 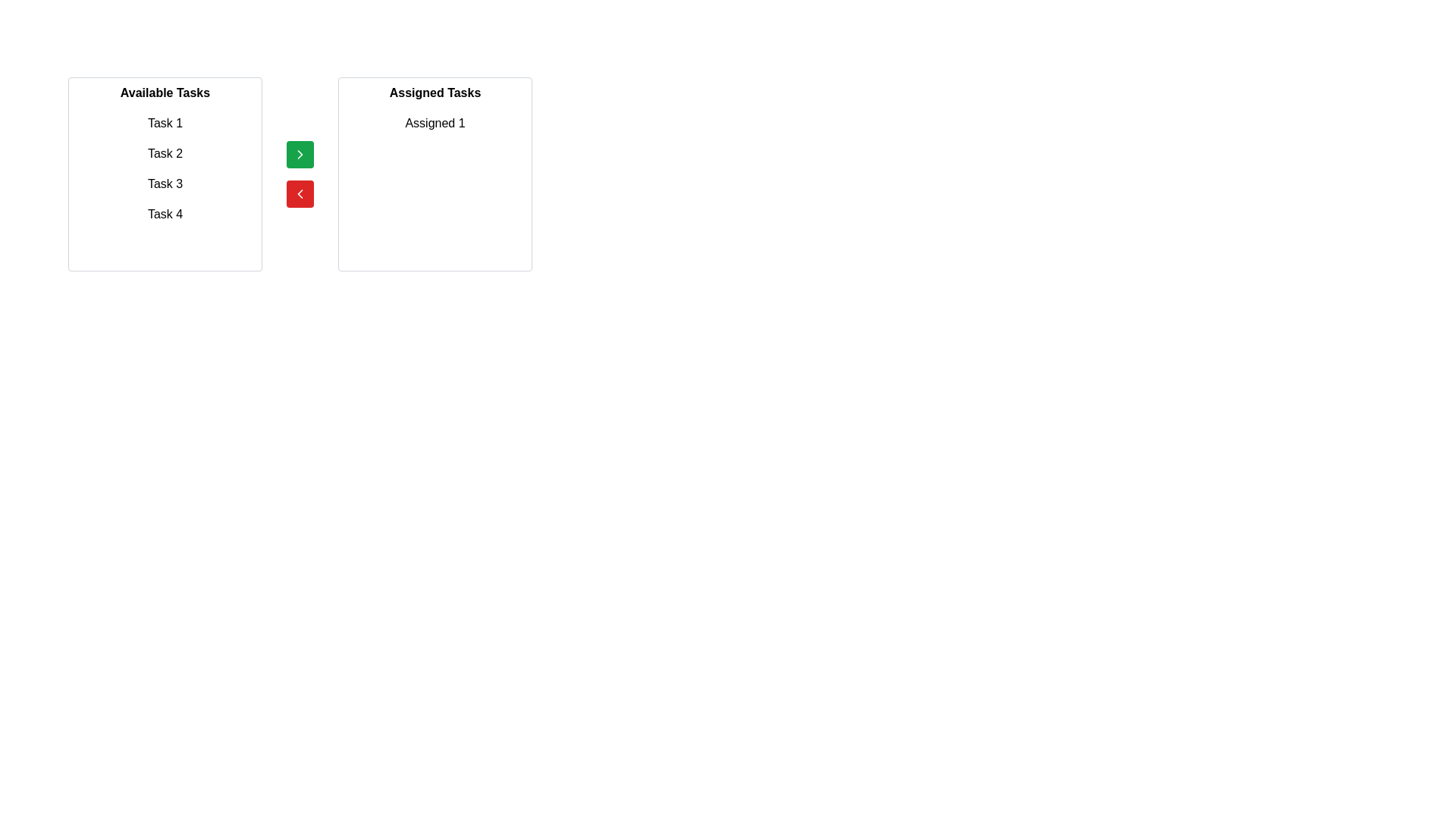 What do you see at coordinates (165, 122) in the screenshot?
I see `the 'Task 1' text label, which is the topmost element in the 'Available Tasks' section` at bounding box center [165, 122].